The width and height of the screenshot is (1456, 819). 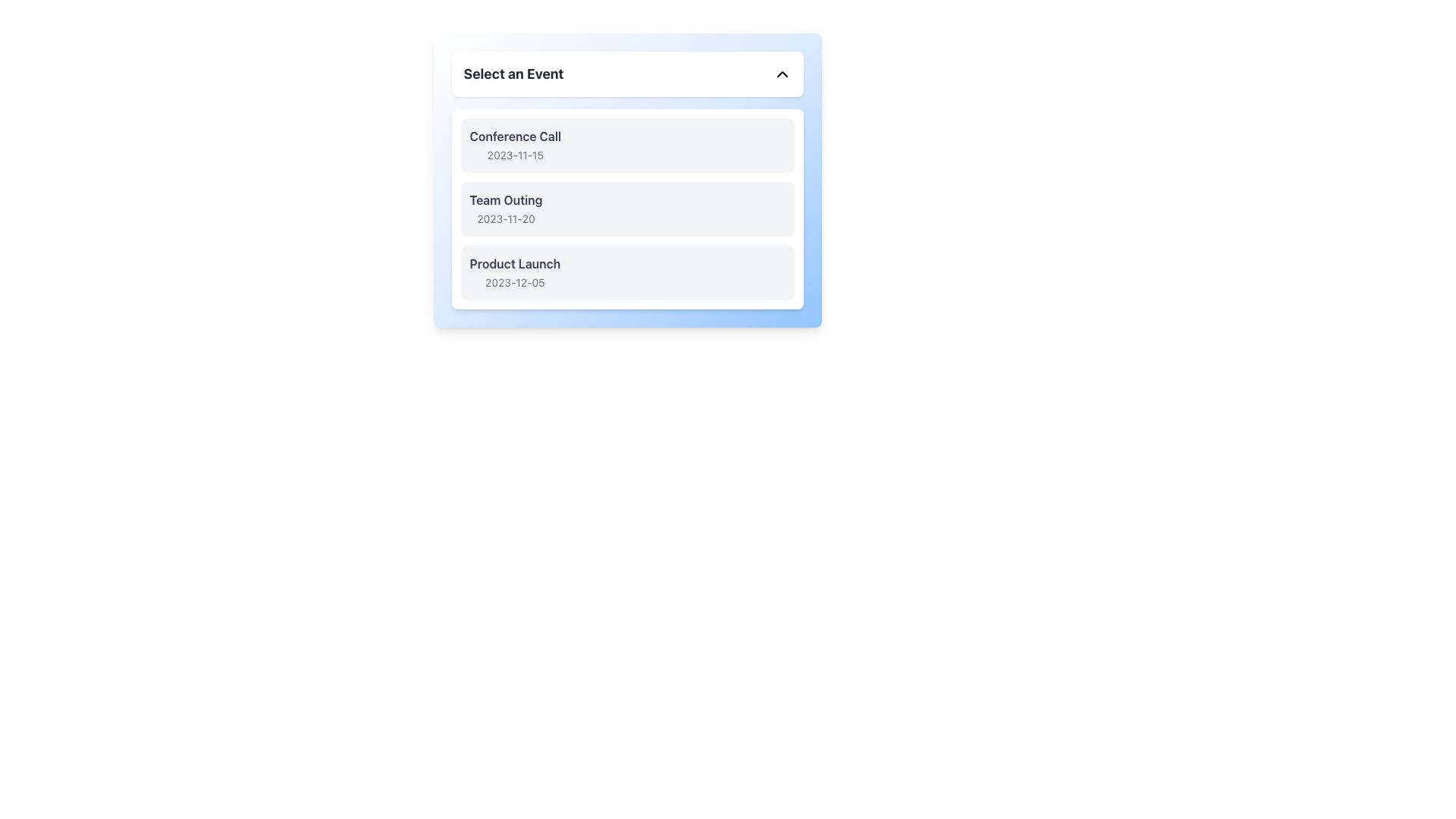 I want to click on the third item in the dropdown menu representing the event 'Product Launch', so click(x=627, y=271).